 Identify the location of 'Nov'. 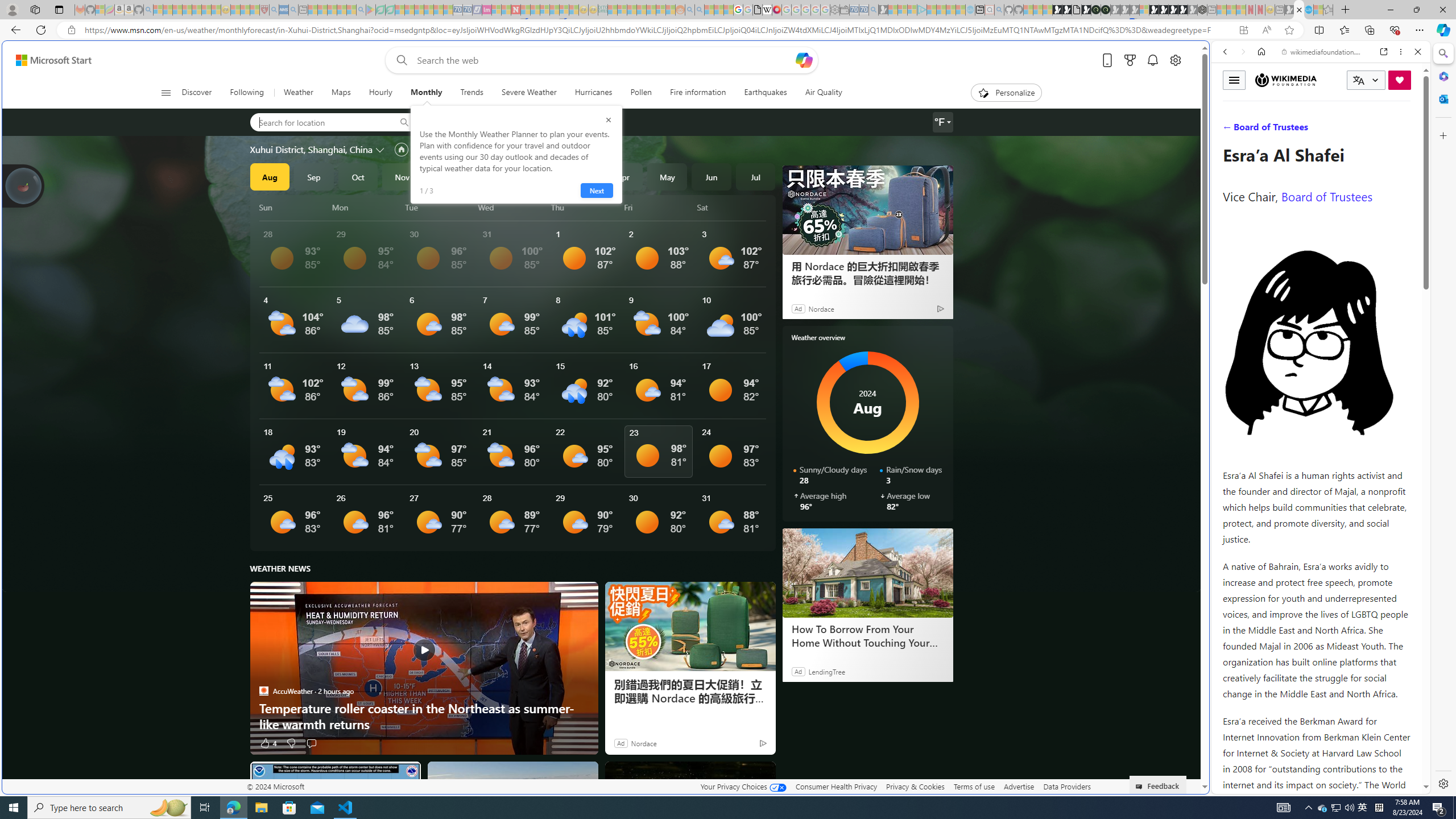
(401, 176).